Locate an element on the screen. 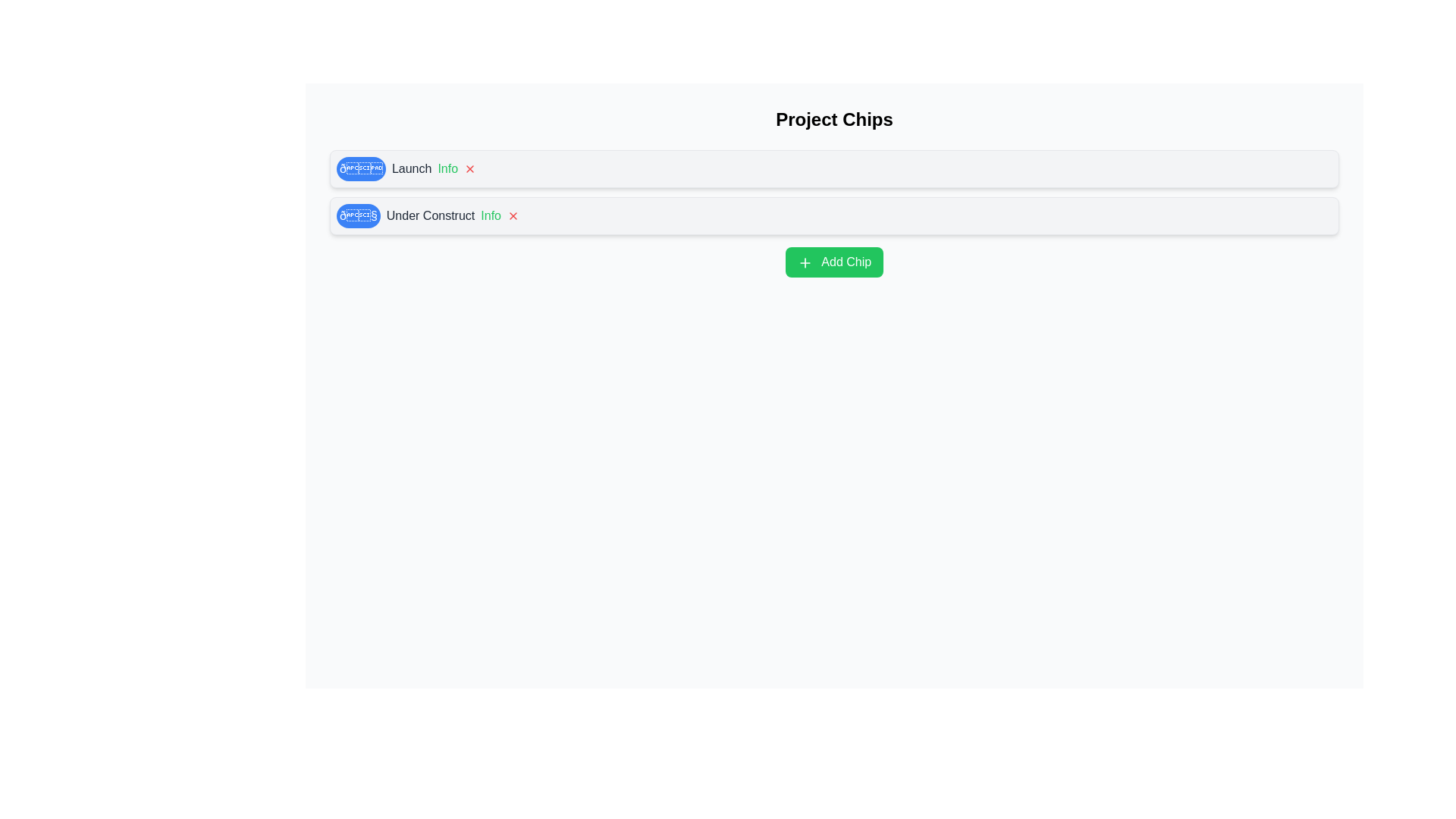 The height and width of the screenshot is (819, 1456). 'Info' button on the chip labeled Launch is located at coordinates (447, 169).